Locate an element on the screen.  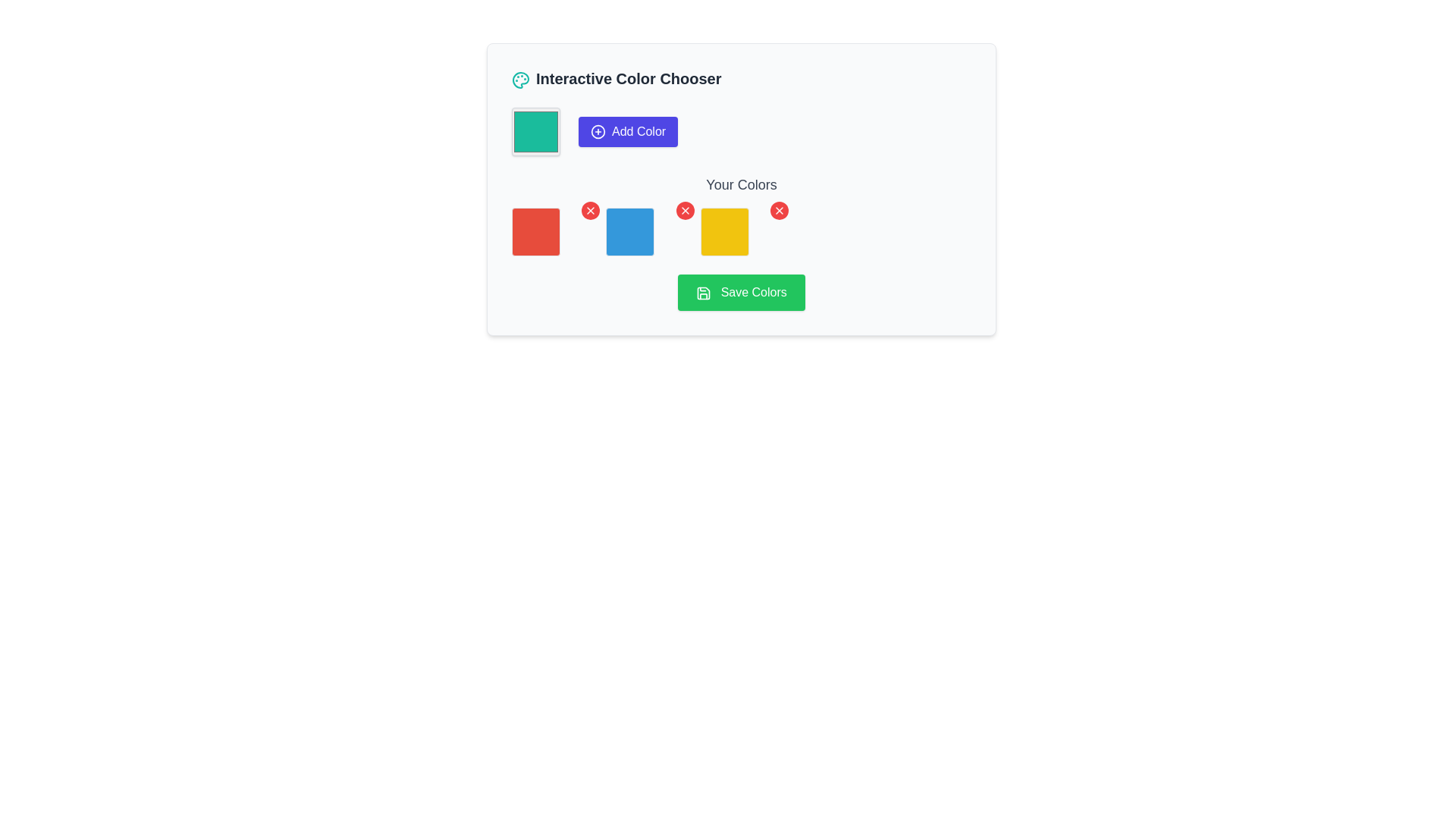
the delete button located at the top-right corner of the red square in the 'Your Colors' section is located at coordinates (590, 210).